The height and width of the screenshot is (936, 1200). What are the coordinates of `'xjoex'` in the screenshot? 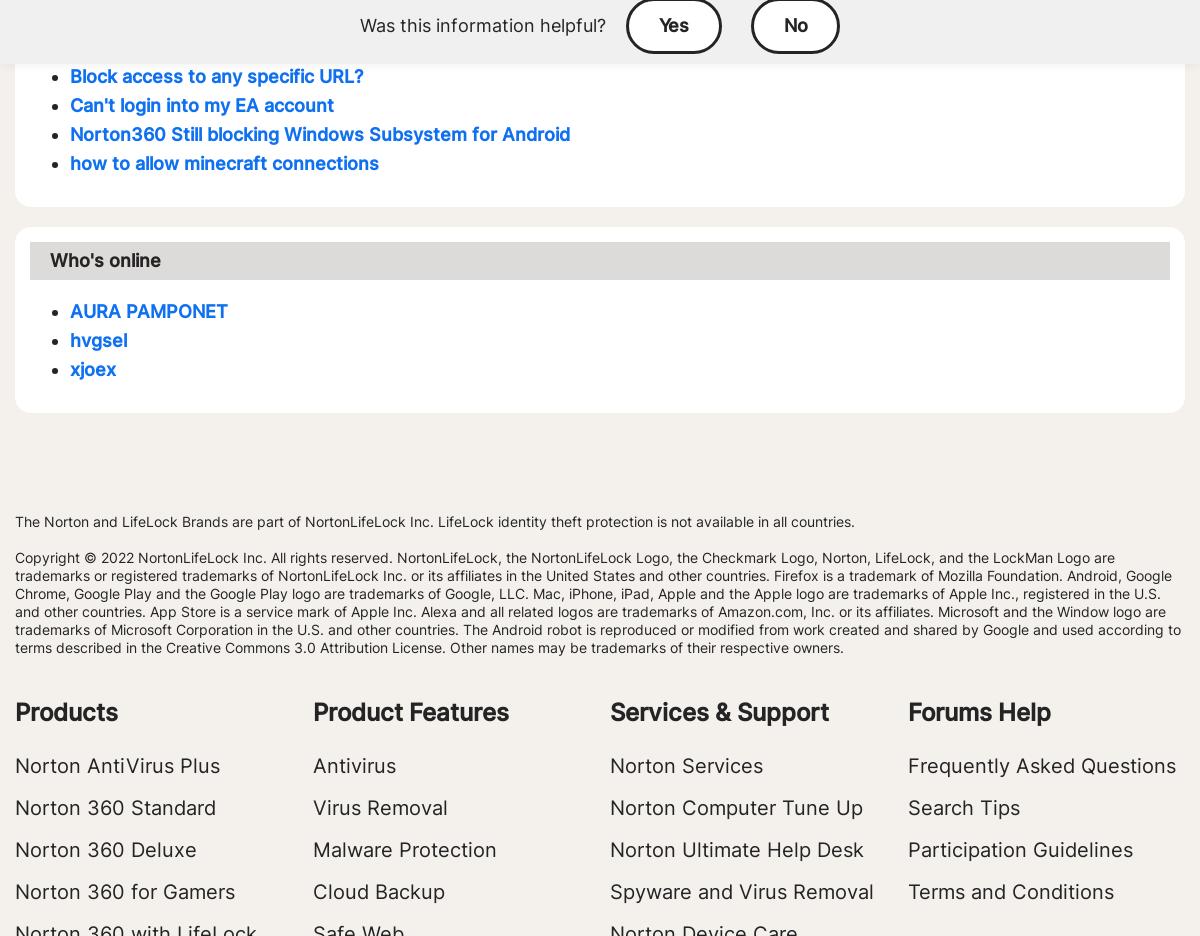 It's located at (93, 369).